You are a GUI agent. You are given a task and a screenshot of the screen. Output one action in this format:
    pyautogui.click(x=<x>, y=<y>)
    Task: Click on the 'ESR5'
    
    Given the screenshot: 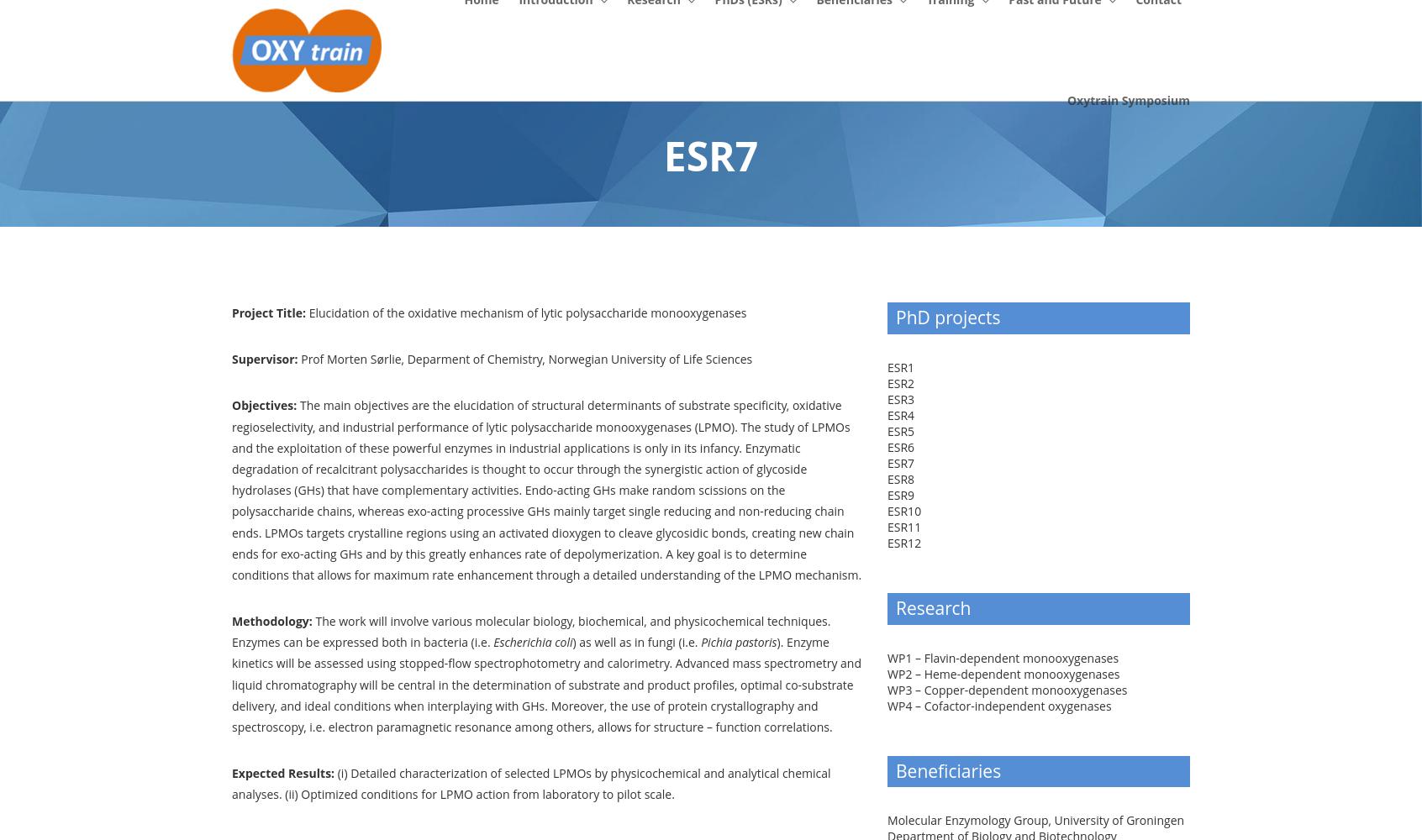 What is the action you would take?
    pyautogui.click(x=901, y=430)
    